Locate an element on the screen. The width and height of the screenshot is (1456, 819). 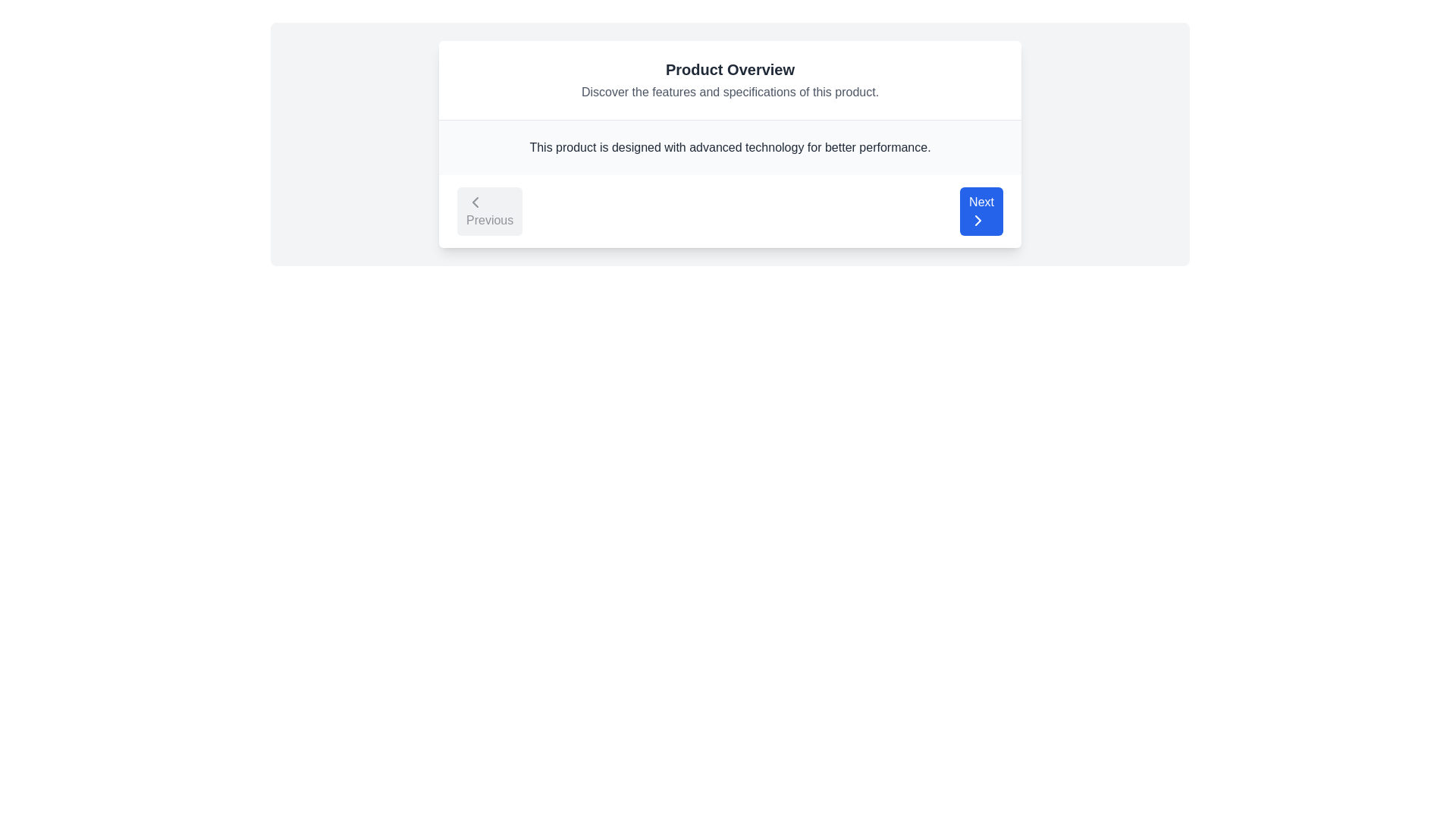
the blue 'Next' button with rounded corners and white text is located at coordinates (981, 211).